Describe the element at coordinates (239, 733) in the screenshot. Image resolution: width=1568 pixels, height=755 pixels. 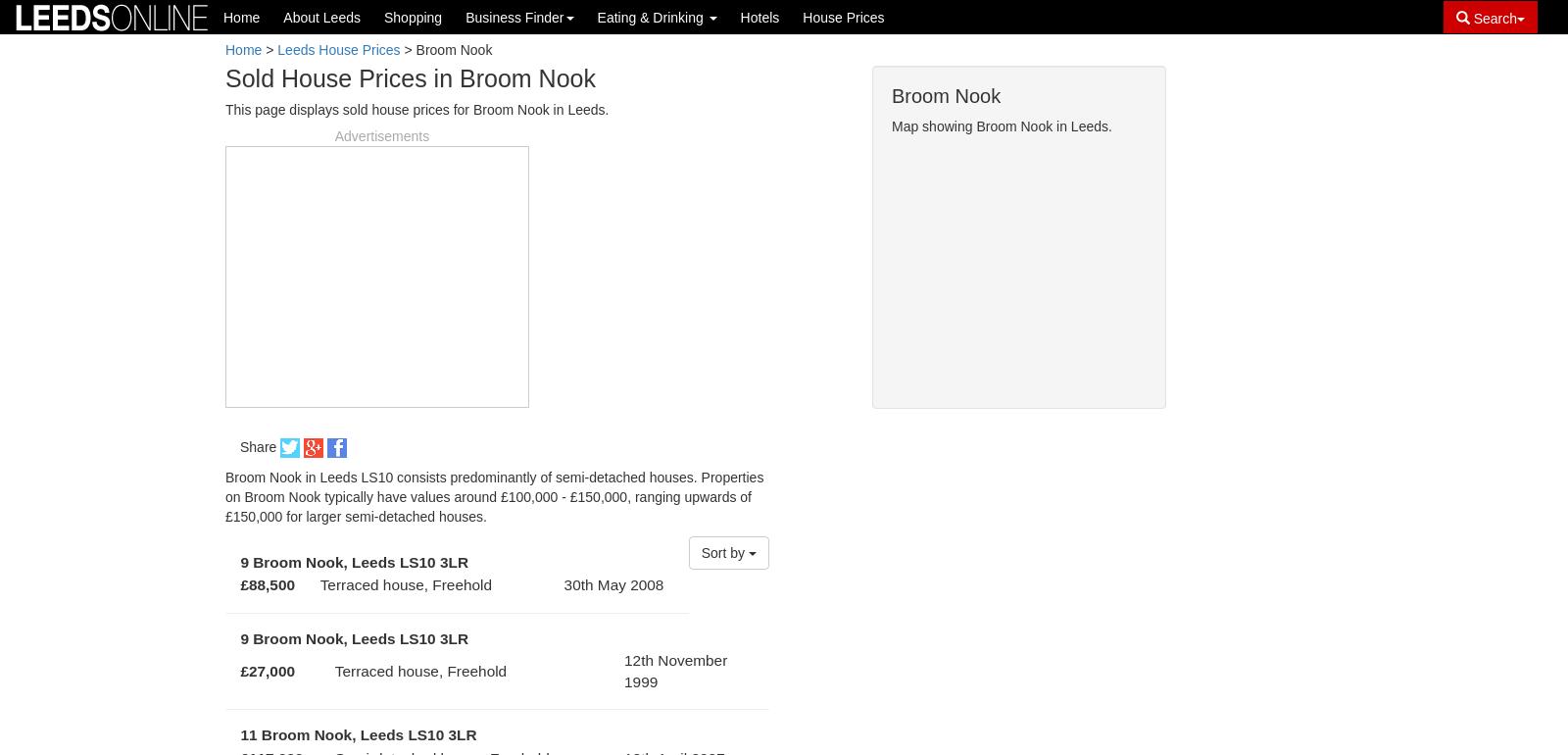
I see `'11 Broom Nook, Leeds LS10 3LR'` at that location.